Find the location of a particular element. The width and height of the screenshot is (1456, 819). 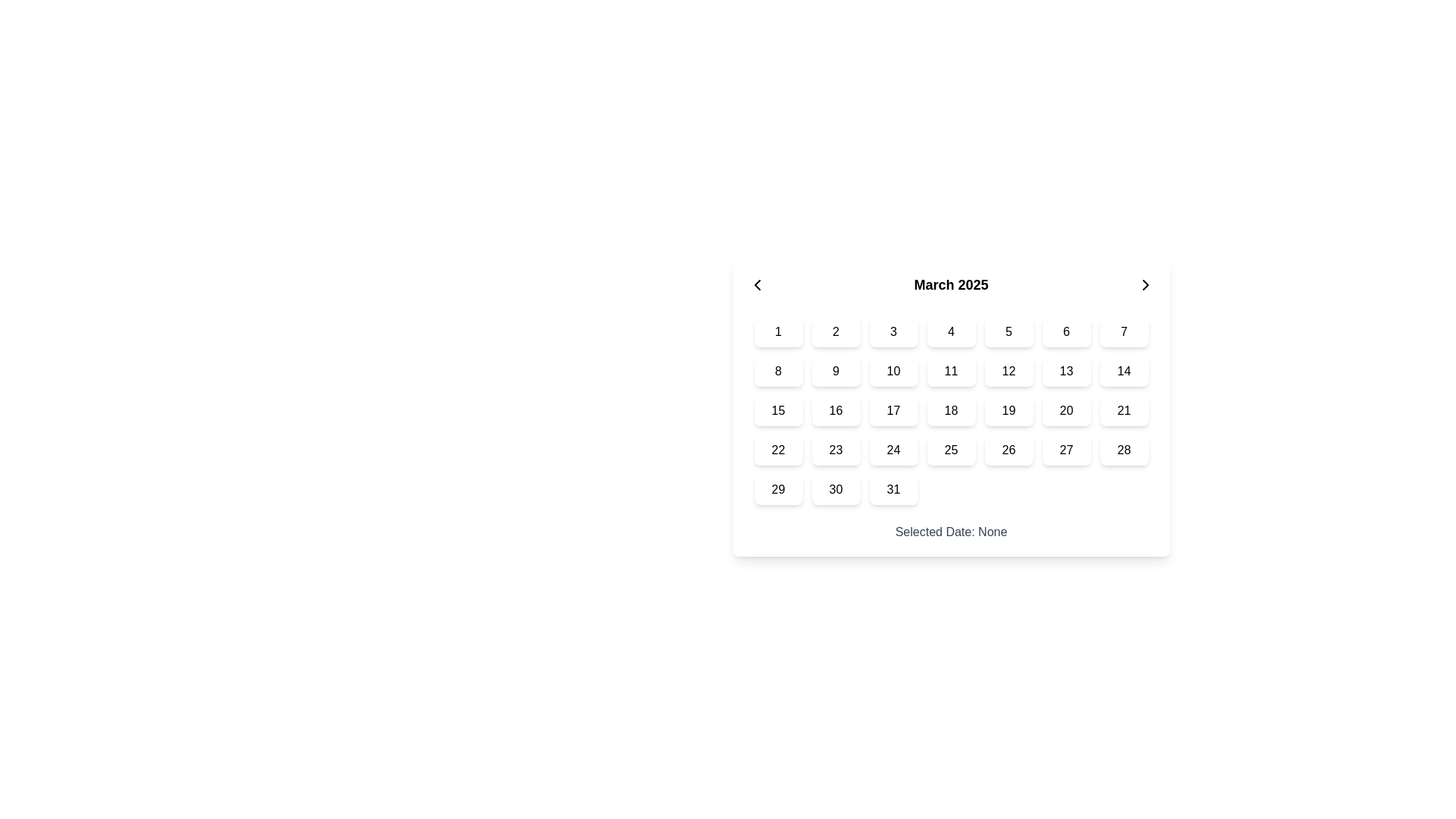

the rectangular button with a white background and the black number '28' displayed in its center, located is located at coordinates (1124, 450).